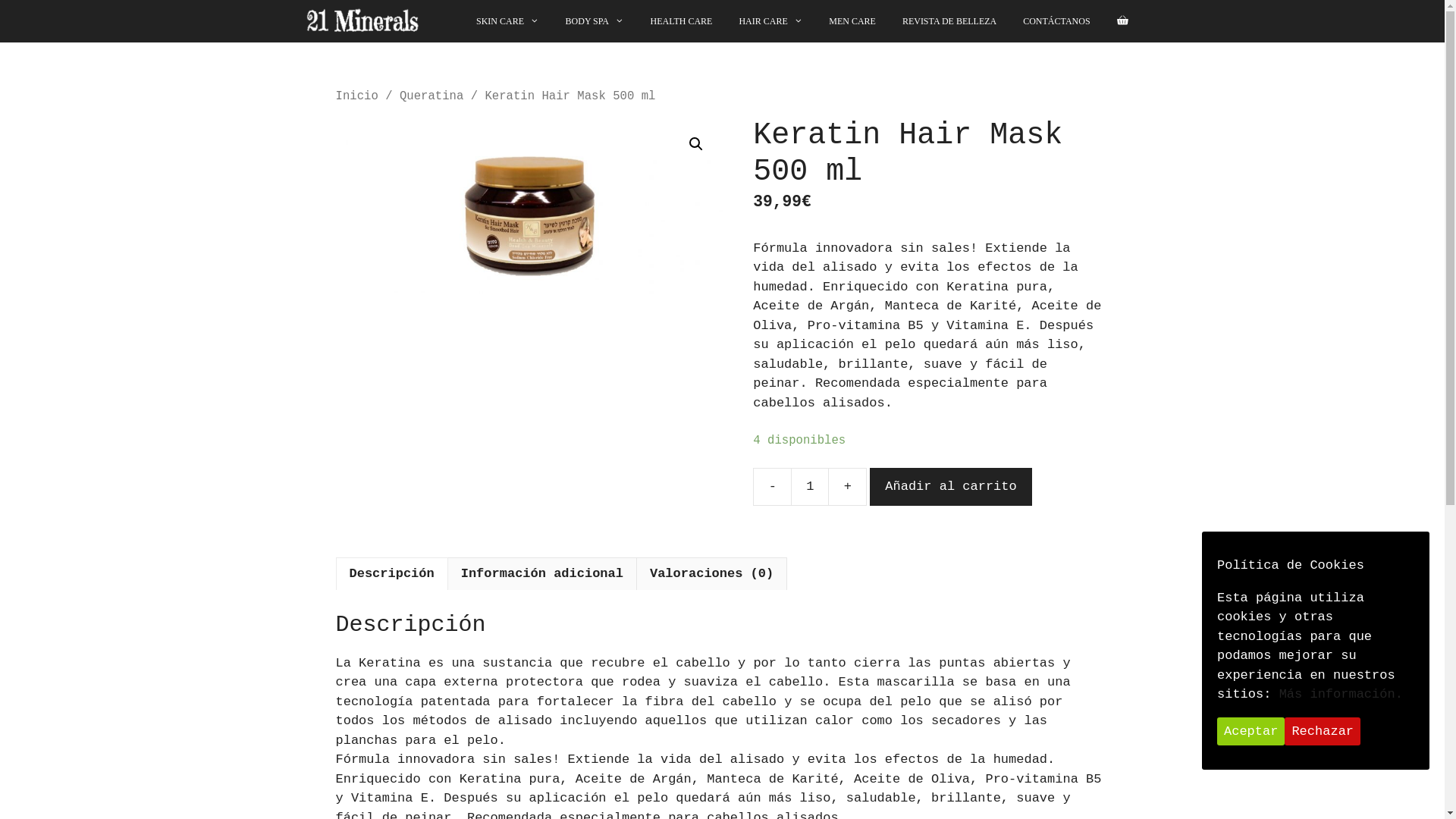 Image resolution: width=1456 pixels, height=819 pixels. What do you see at coordinates (711, 574) in the screenshot?
I see `'Valoraciones (0)'` at bounding box center [711, 574].